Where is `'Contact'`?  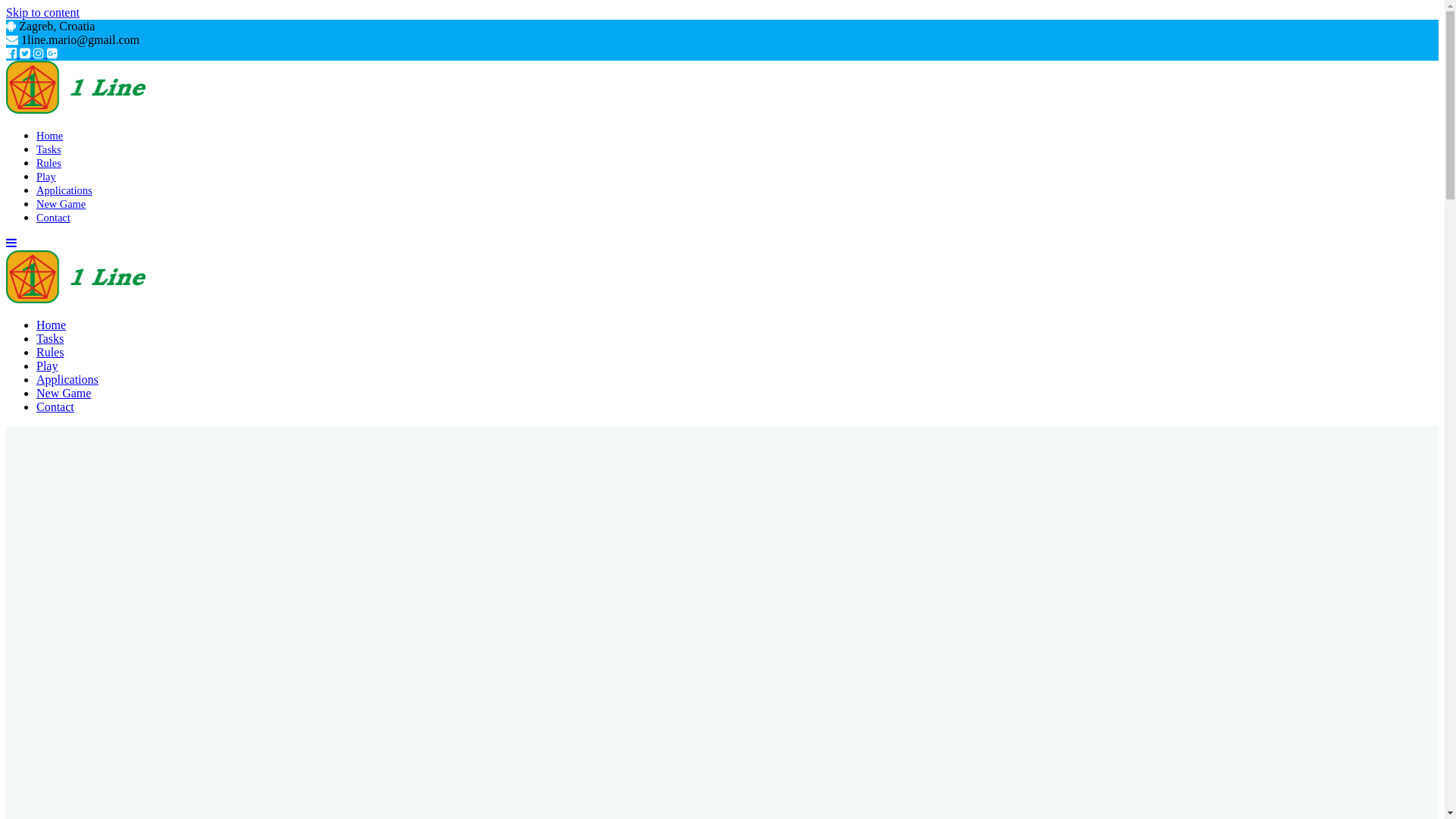 'Contact' is located at coordinates (53, 217).